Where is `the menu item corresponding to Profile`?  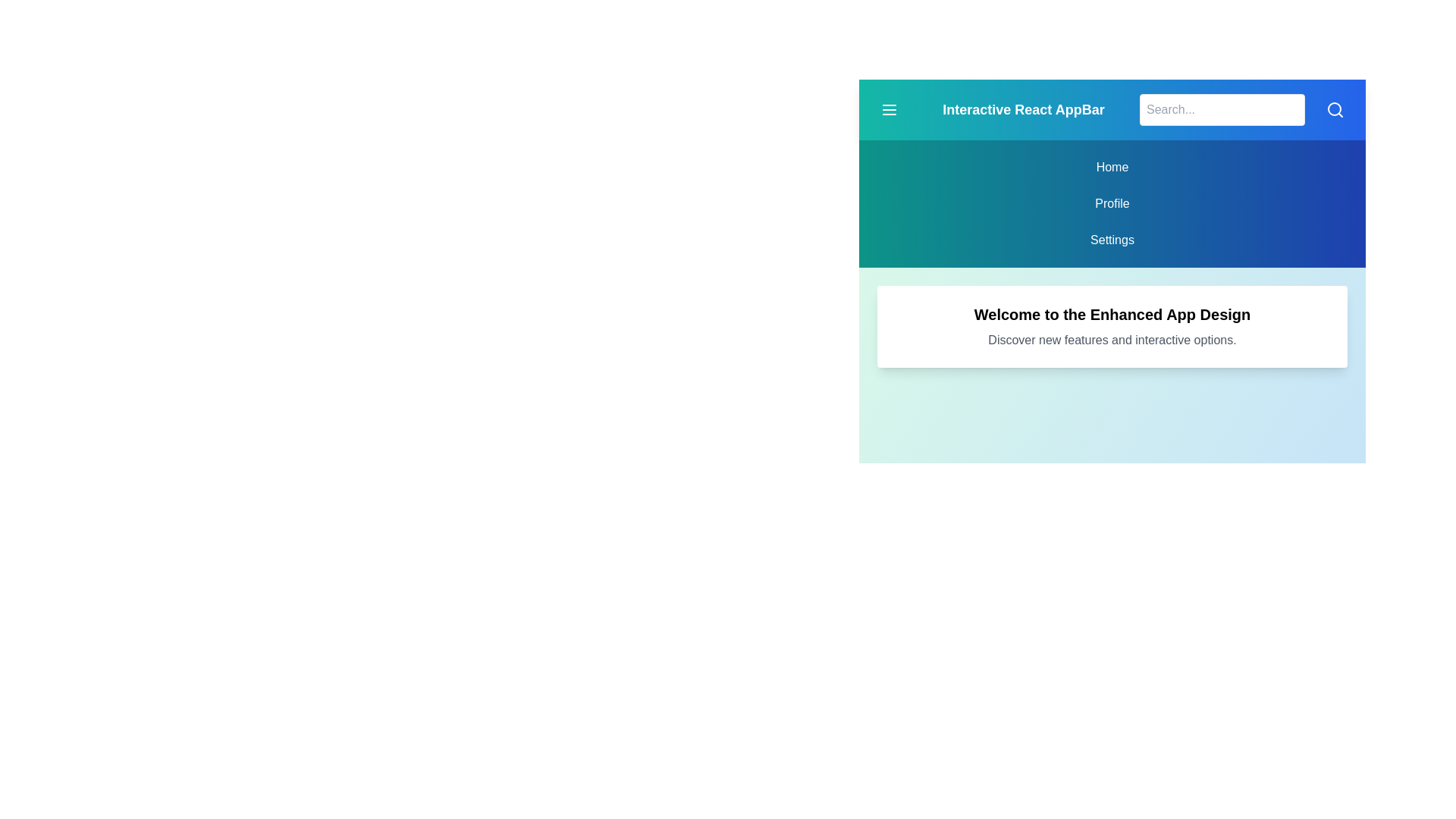
the menu item corresponding to Profile is located at coordinates (1112, 203).